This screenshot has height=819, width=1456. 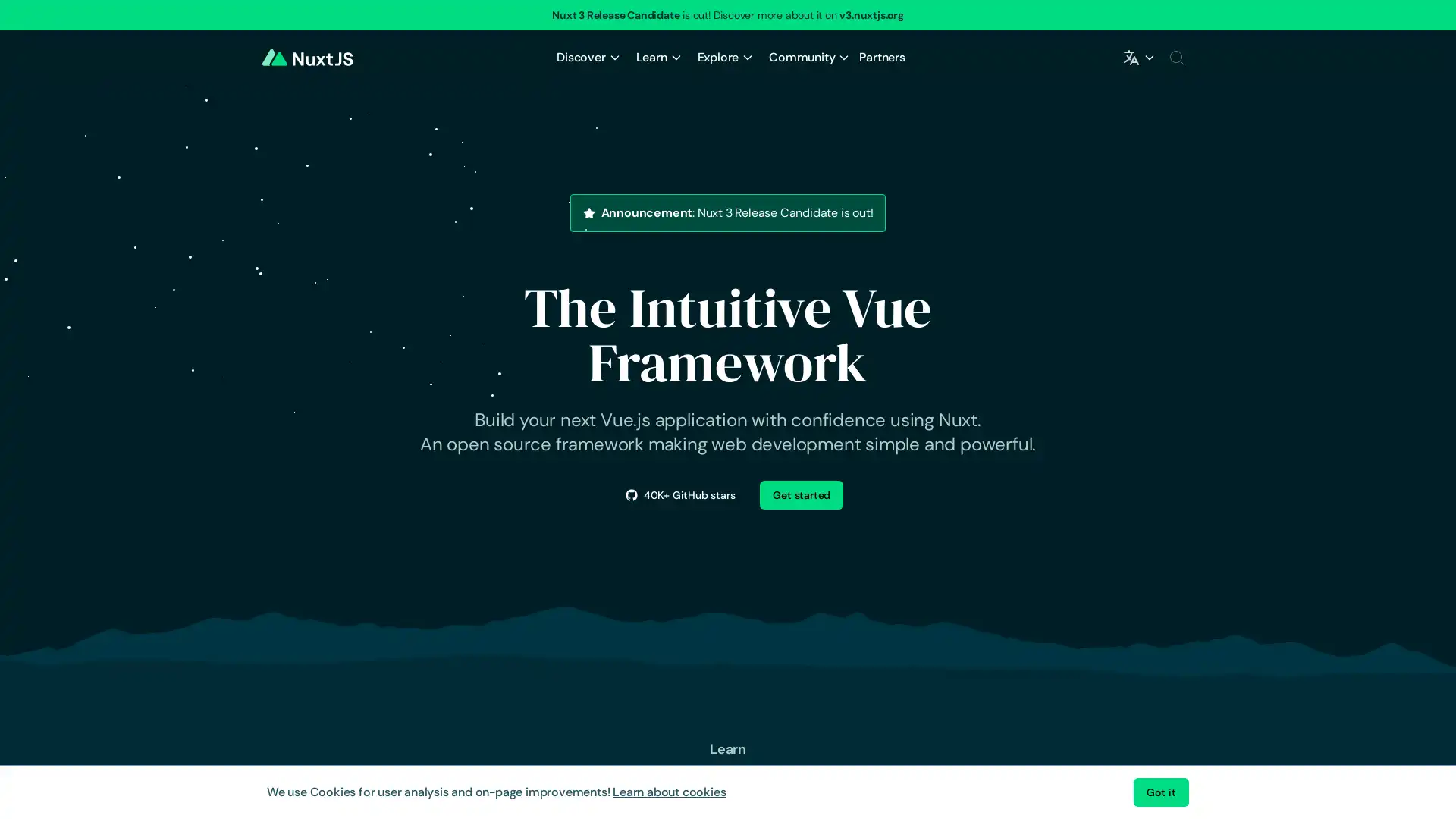 I want to click on Got it, so click(x=1160, y=792).